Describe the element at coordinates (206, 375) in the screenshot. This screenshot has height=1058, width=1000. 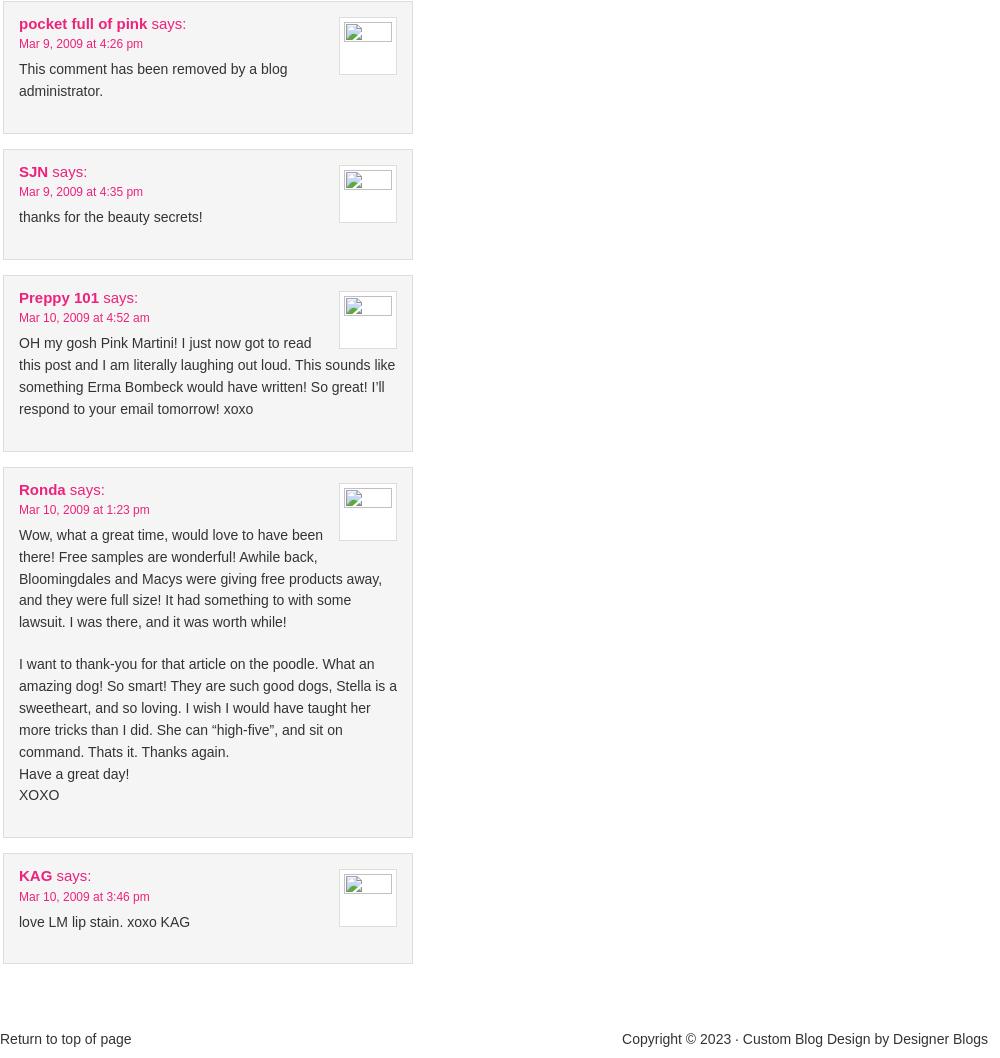
I see `'OH my gosh Pink Martini!  I just now got to read this post and I am literally laughing out loud.  This sounds like something Erma Bombeck would have written!  So great!  I’ll respond to your email tomorrow!  xoxo'` at that location.